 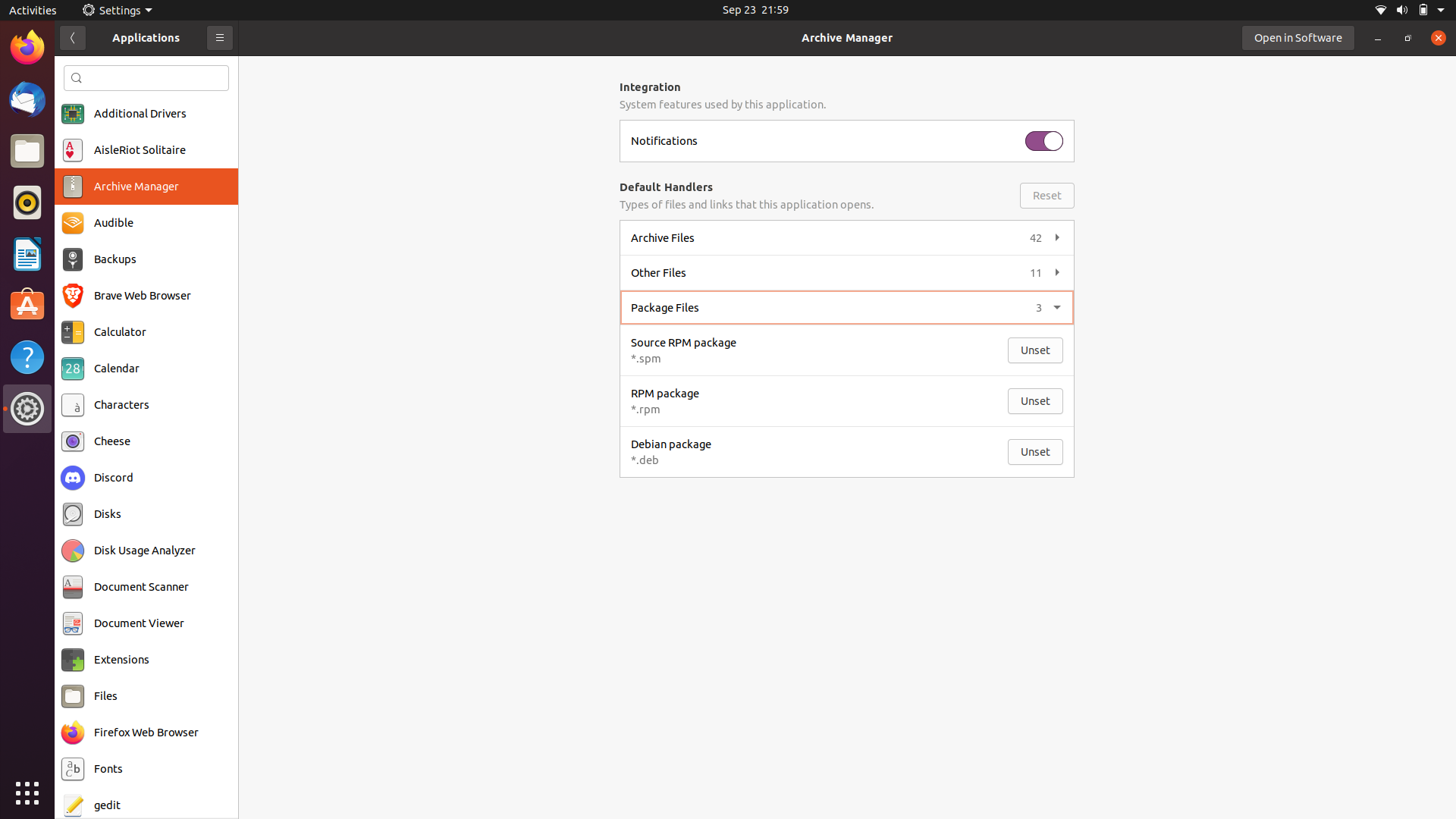 I want to click on Search for files in the search bar, so click(x=146, y=77).